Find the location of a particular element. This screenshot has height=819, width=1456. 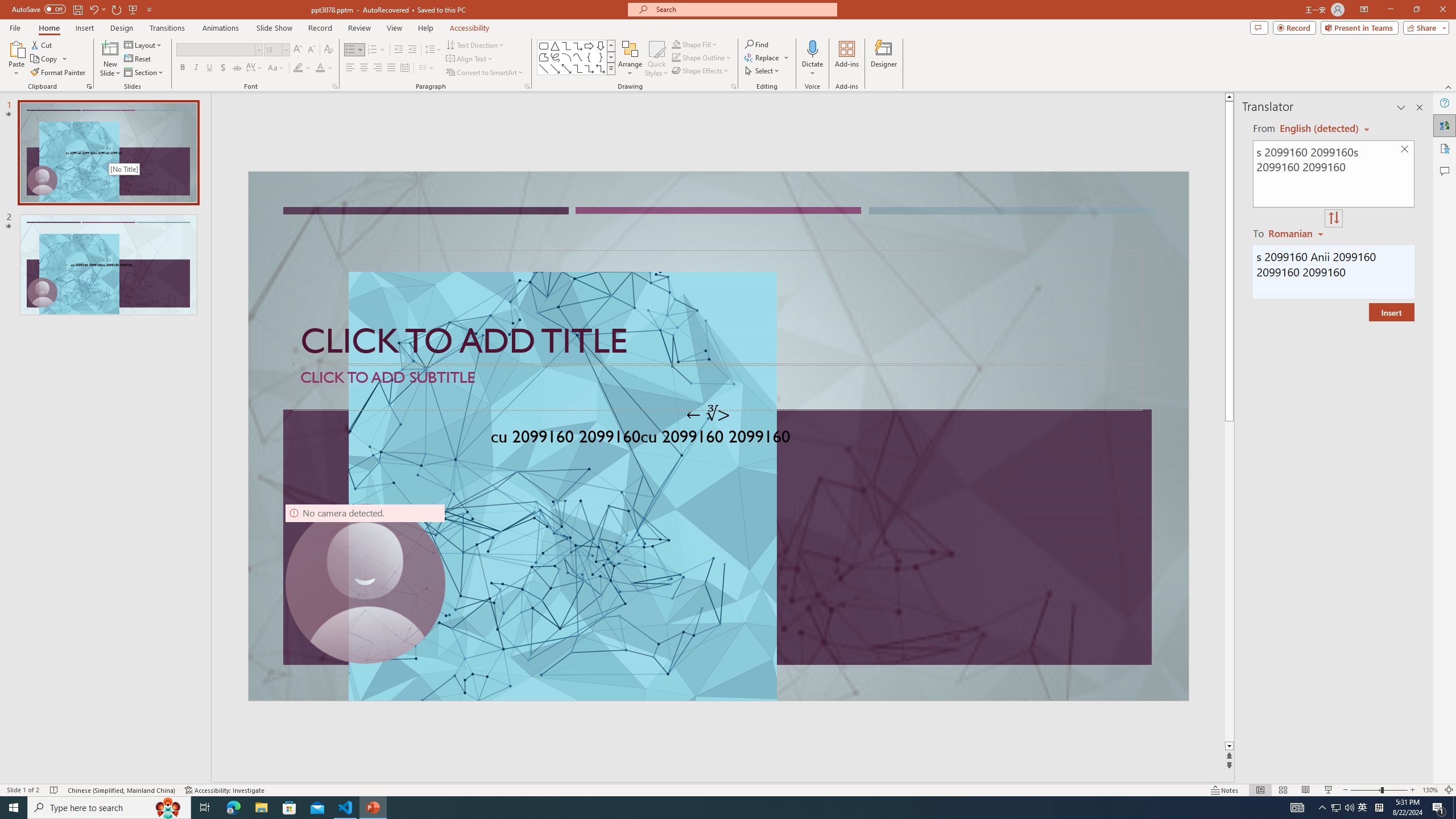

'An abstract genetic concept' is located at coordinates (718, 436).